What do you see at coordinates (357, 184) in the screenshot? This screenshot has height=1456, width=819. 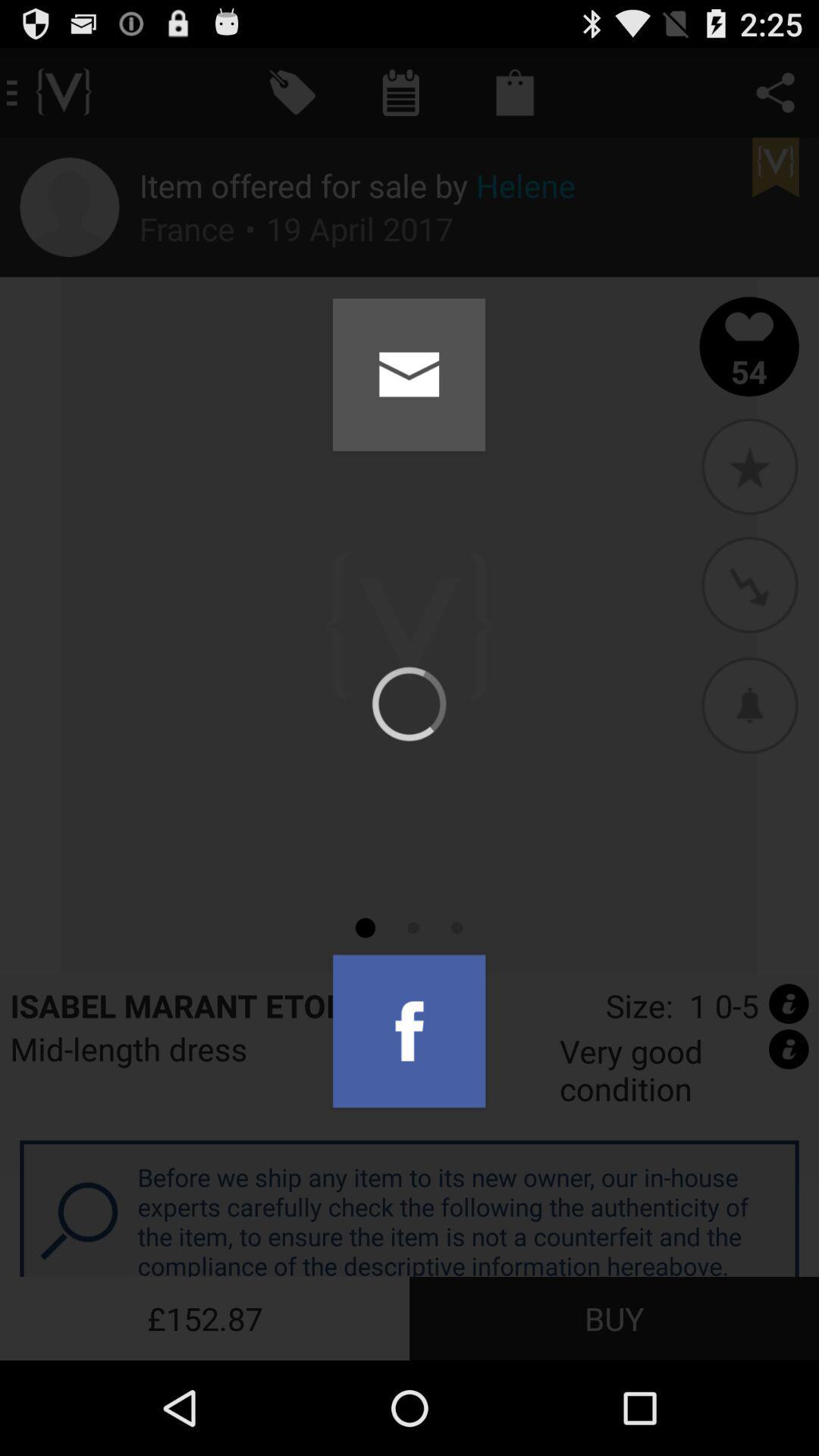 I see `icon above the france` at bounding box center [357, 184].